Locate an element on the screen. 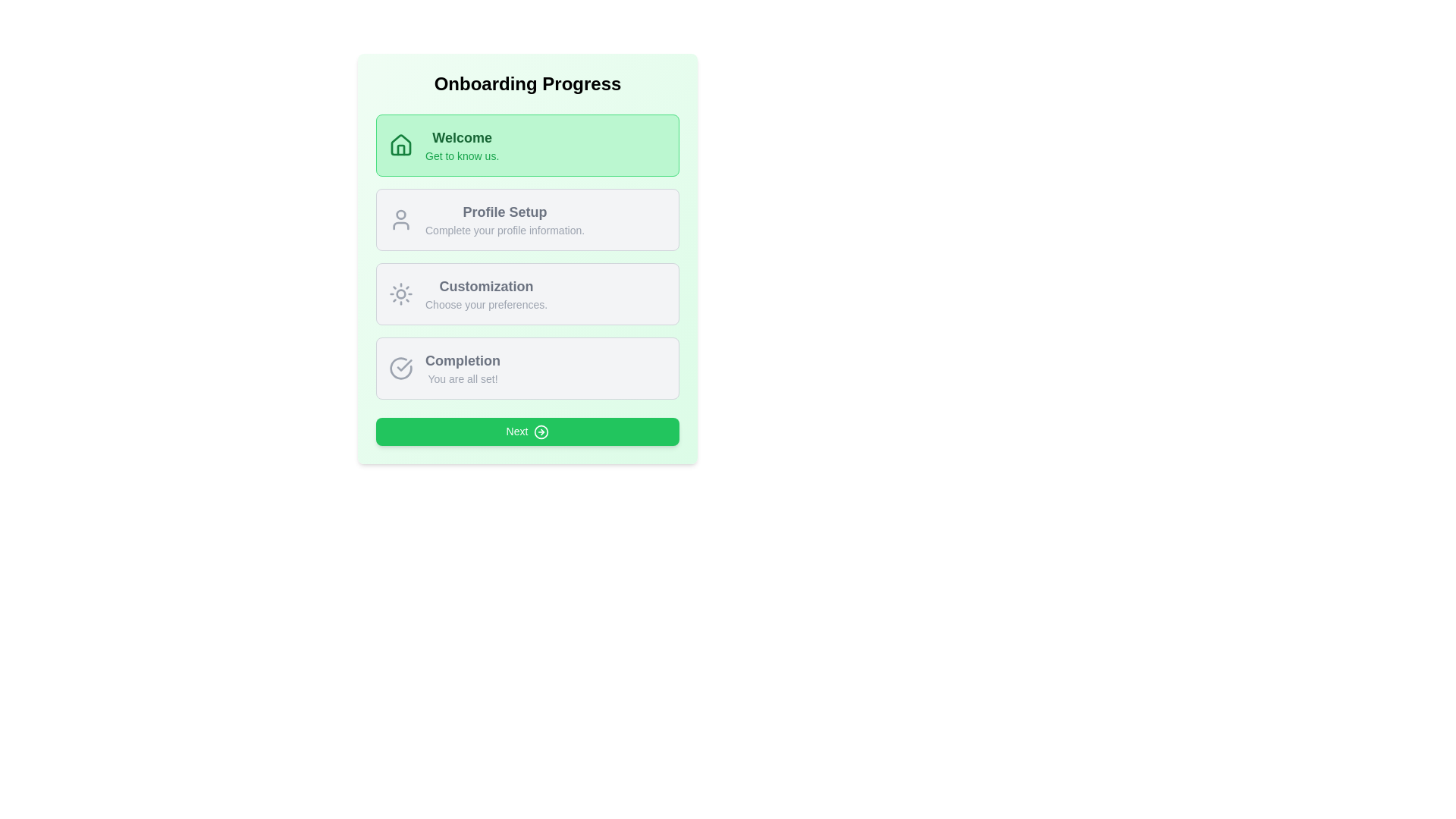 The image size is (1456, 819). text of the header label for the onboarding progress section, which is centrally aligned above all other onboarding steps is located at coordinates (528, 84).